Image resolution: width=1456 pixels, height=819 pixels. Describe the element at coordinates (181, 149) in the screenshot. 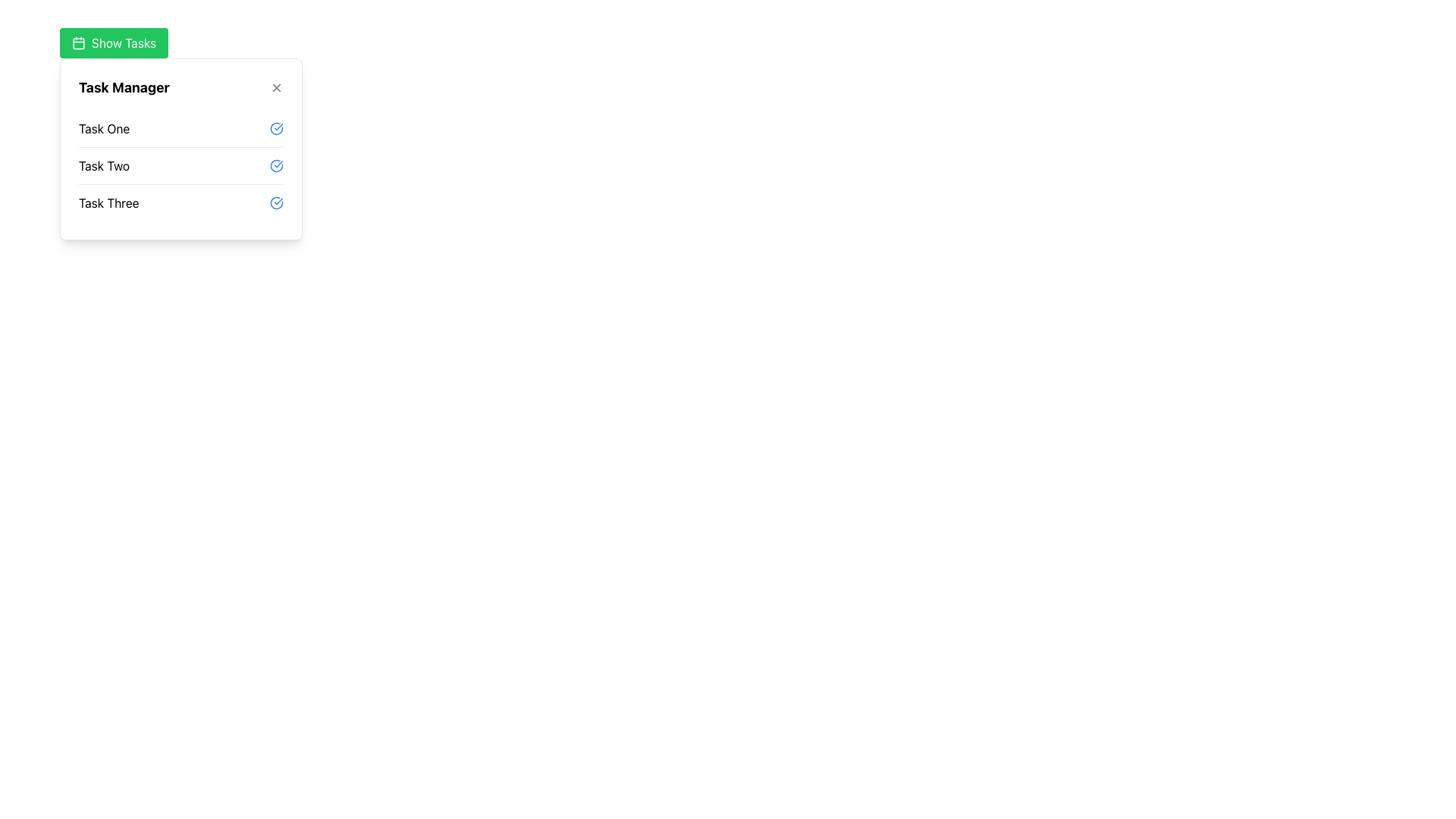

I see `the second list item, 'Task Two', in the vertical list of tasks` at that location.